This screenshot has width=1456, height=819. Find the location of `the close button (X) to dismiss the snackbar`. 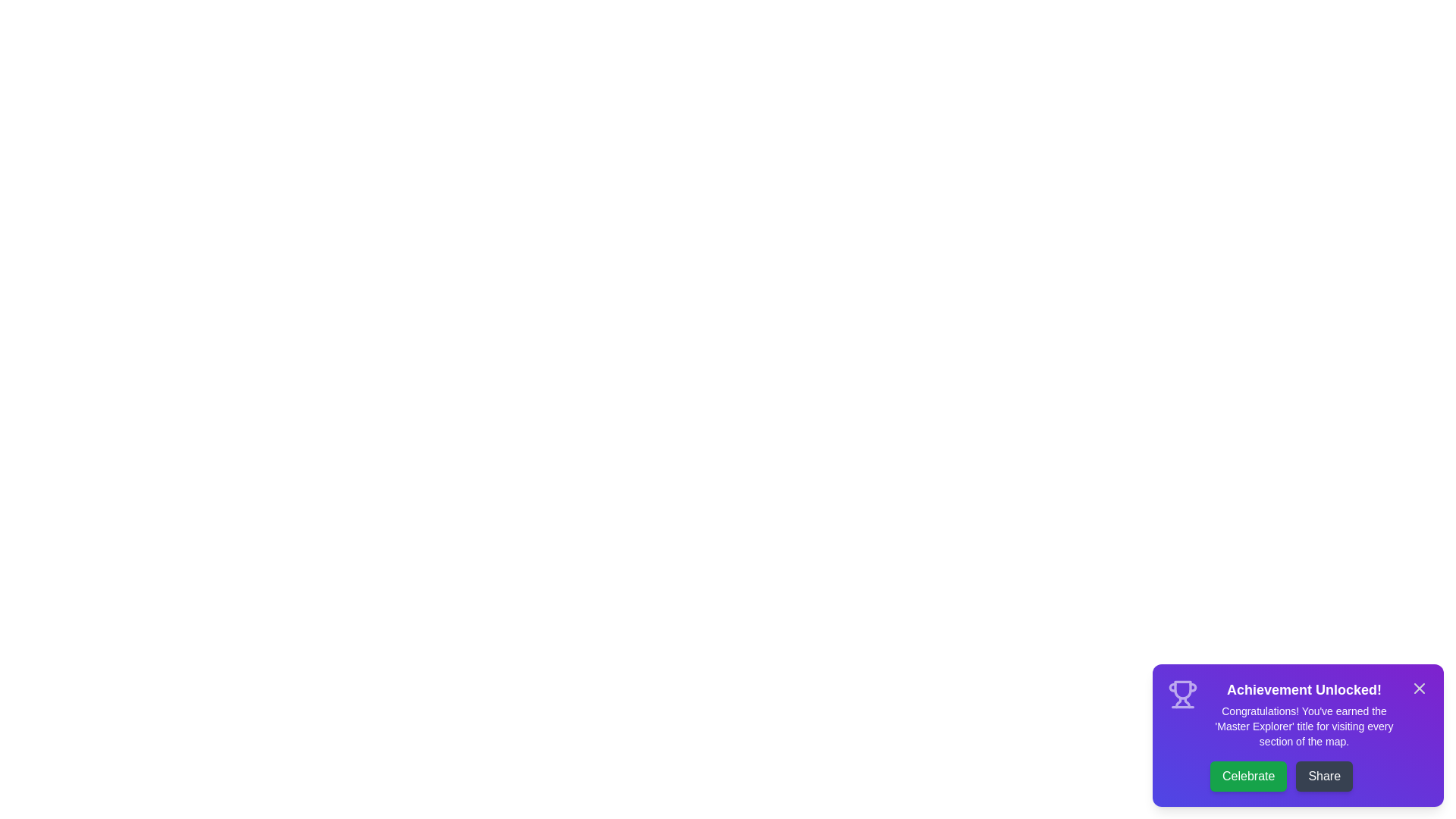

the close button (X) to dismiss the snackbar is located at coordinates (1419, 688).